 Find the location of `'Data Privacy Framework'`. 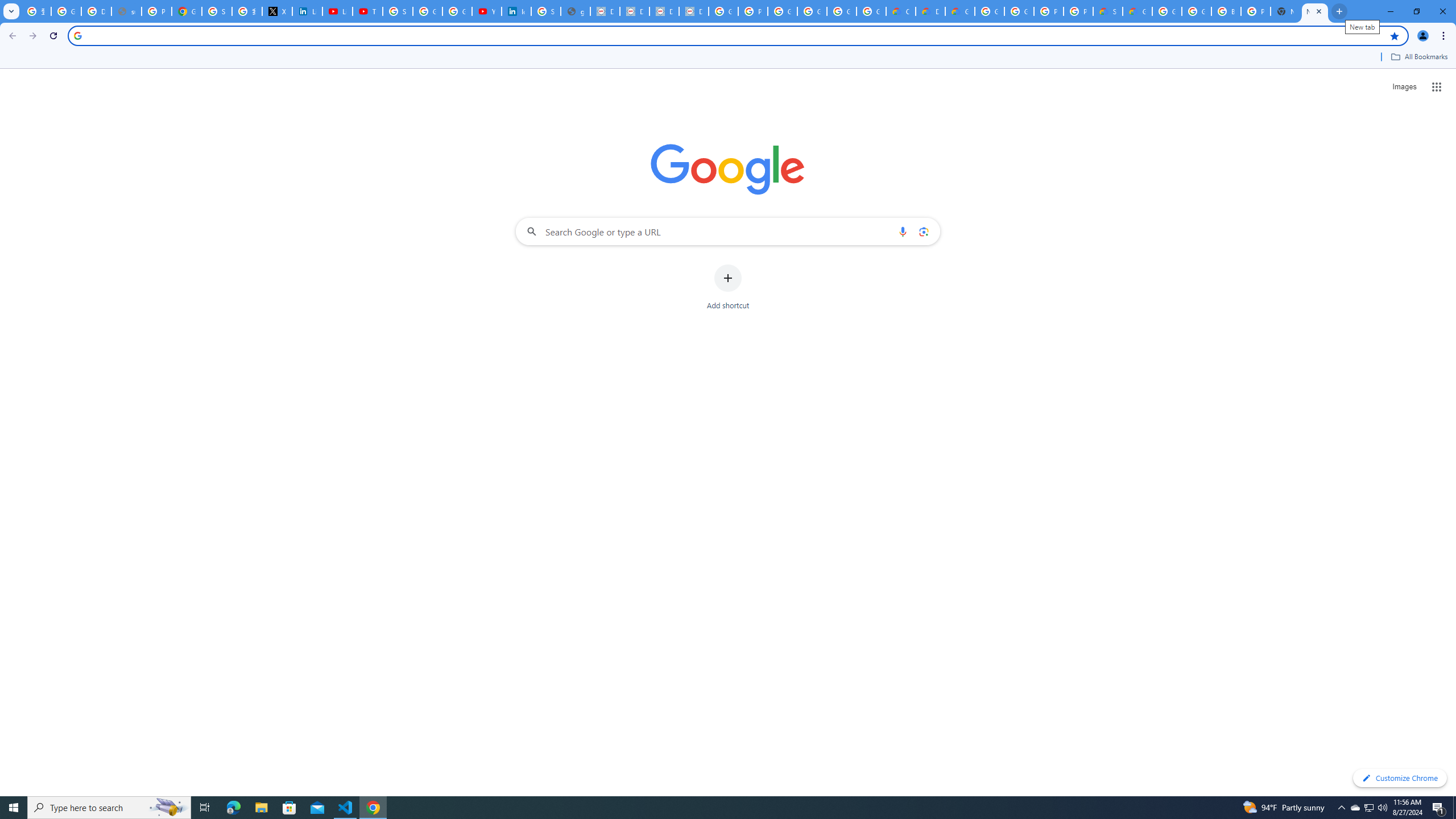

'Data Privacy Framework' is located at coordinates (635, 11).